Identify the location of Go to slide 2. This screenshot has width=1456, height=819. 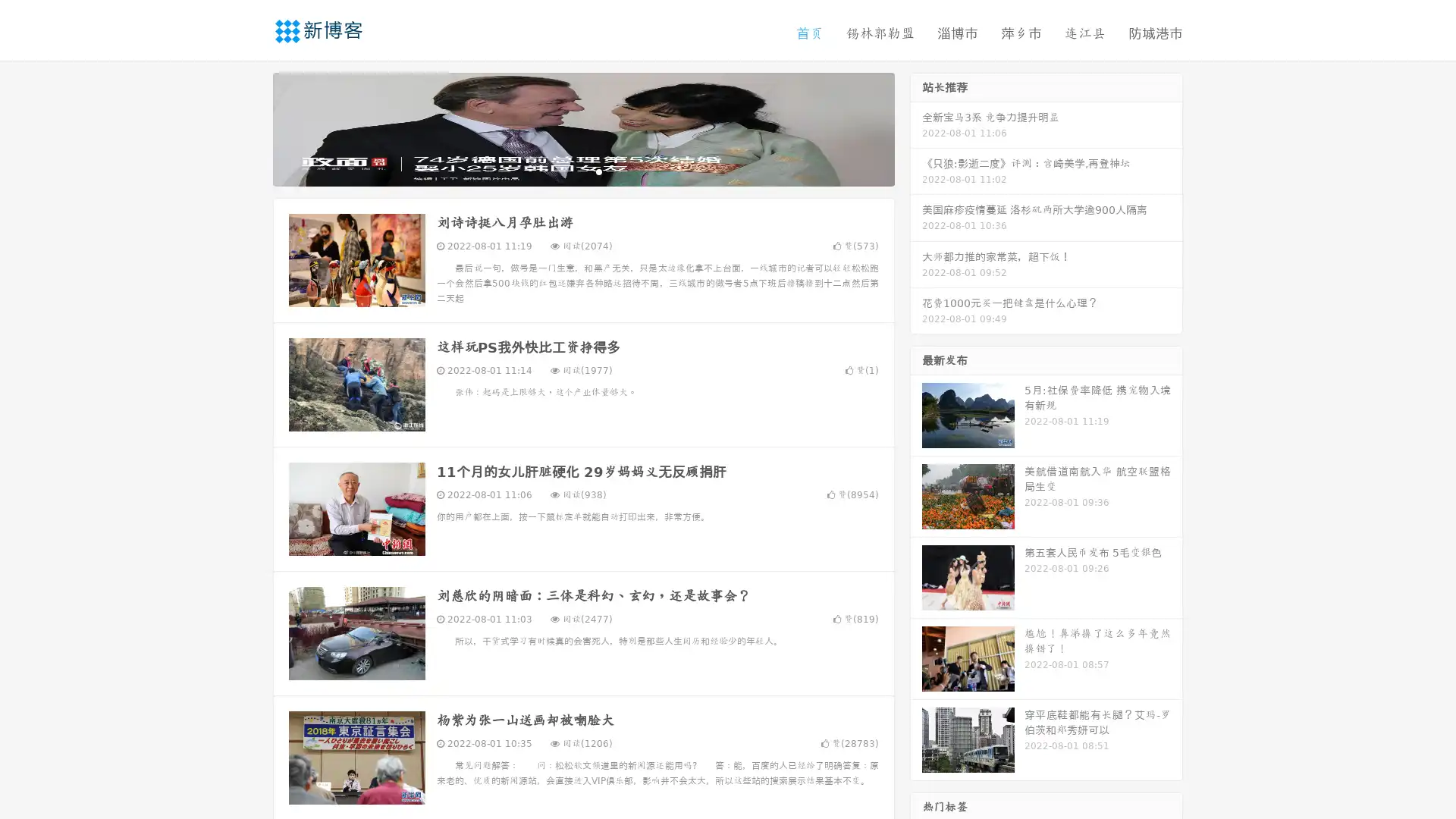
(582, 171).